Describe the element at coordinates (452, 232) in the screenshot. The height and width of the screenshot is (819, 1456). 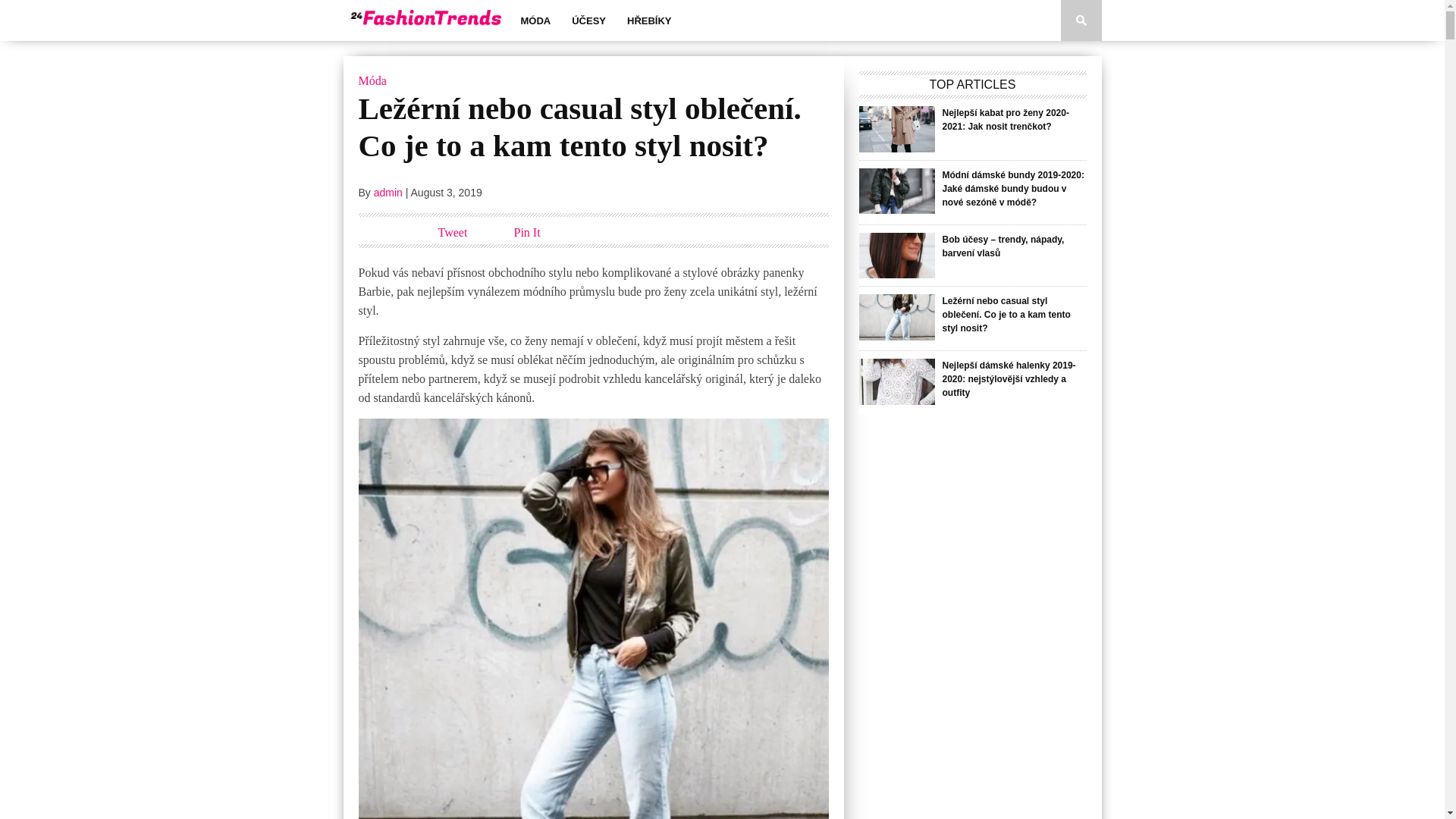
I see `'Tweet'` at that location.